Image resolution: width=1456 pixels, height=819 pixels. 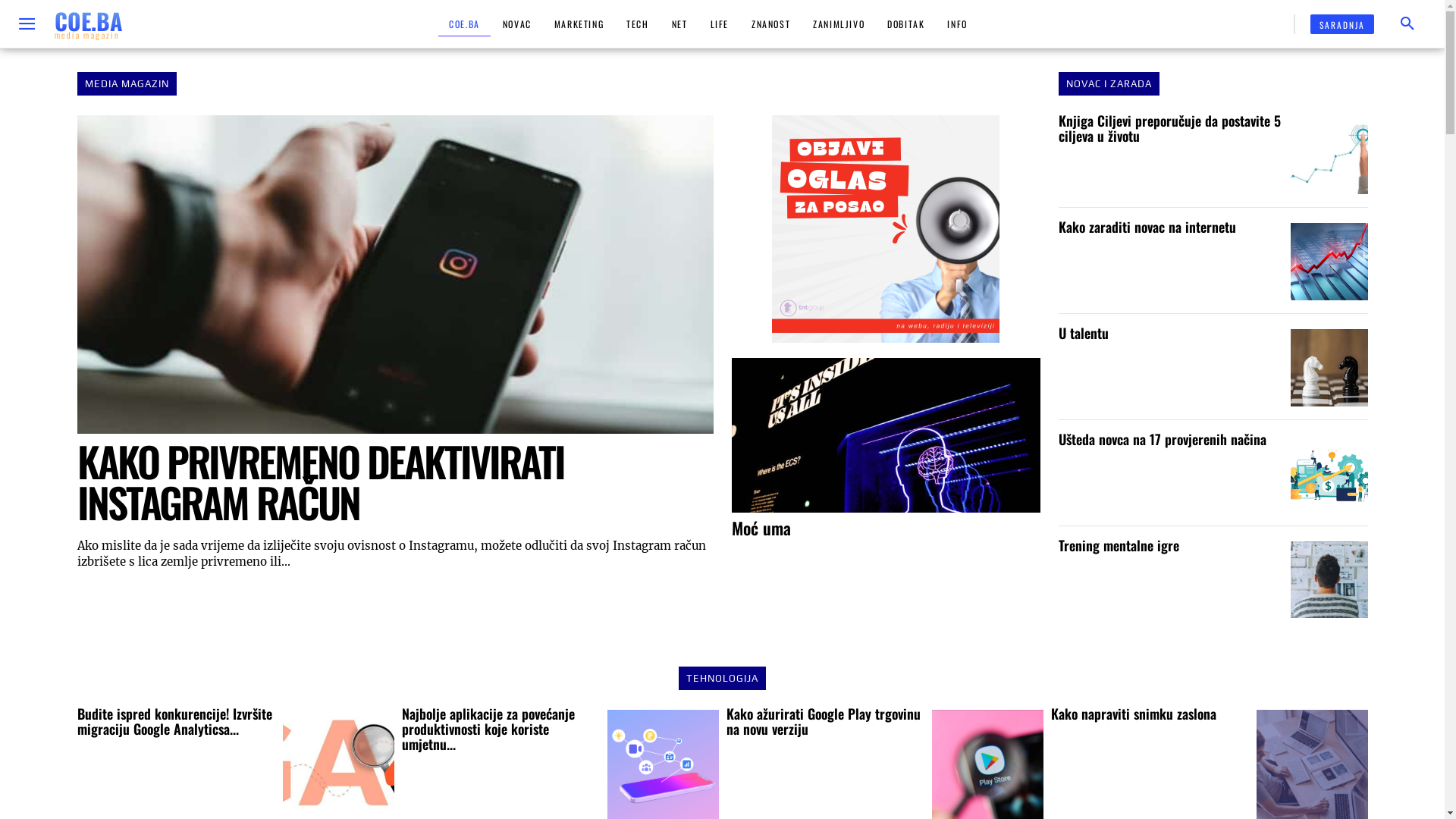 I want to click on 'COE.BA, so click(x=55, y=24).